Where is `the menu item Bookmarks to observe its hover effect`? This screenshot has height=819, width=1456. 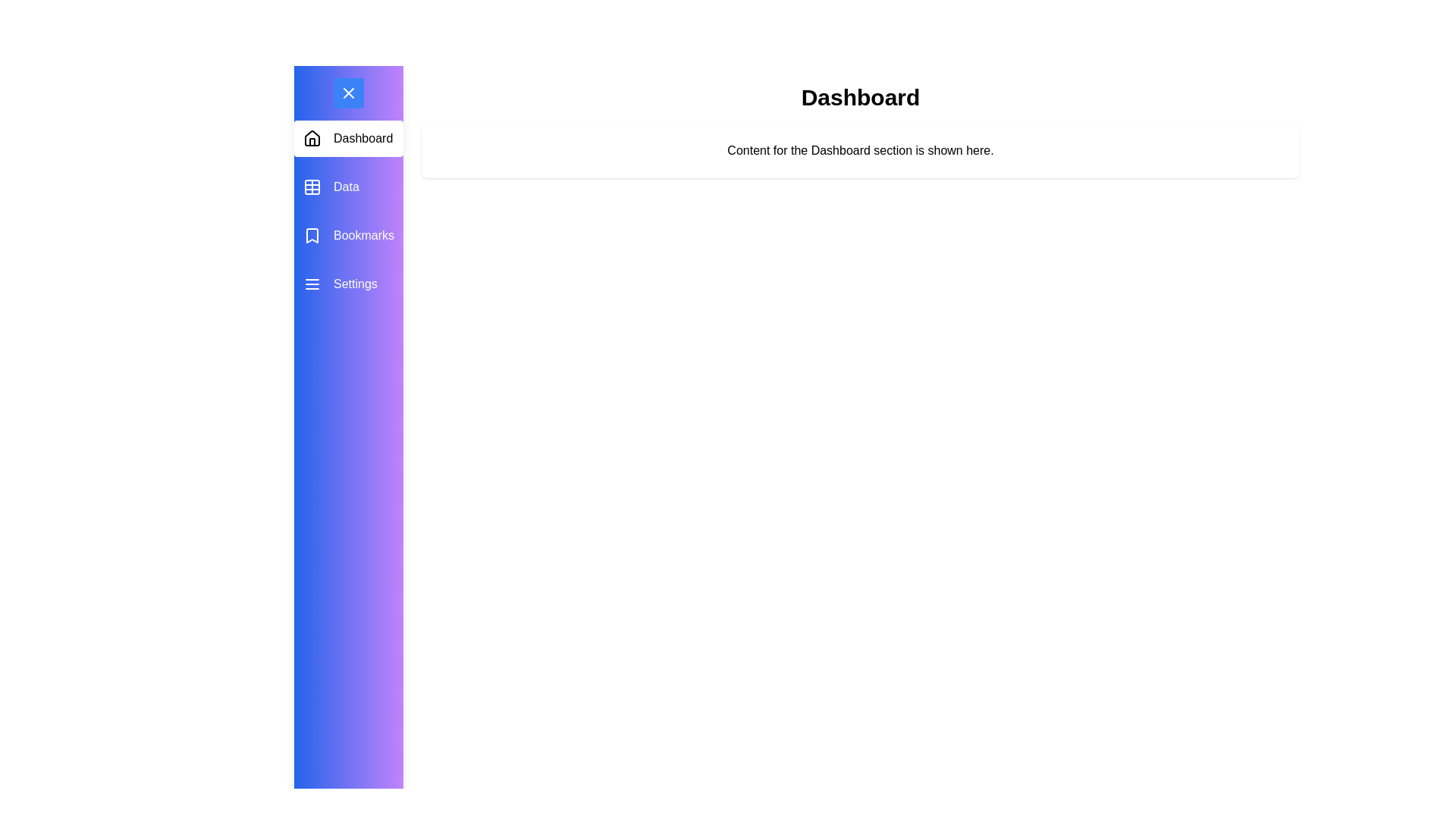 the menu item Bookmarks to observe its hover effect is located at coordinates (348, 236).